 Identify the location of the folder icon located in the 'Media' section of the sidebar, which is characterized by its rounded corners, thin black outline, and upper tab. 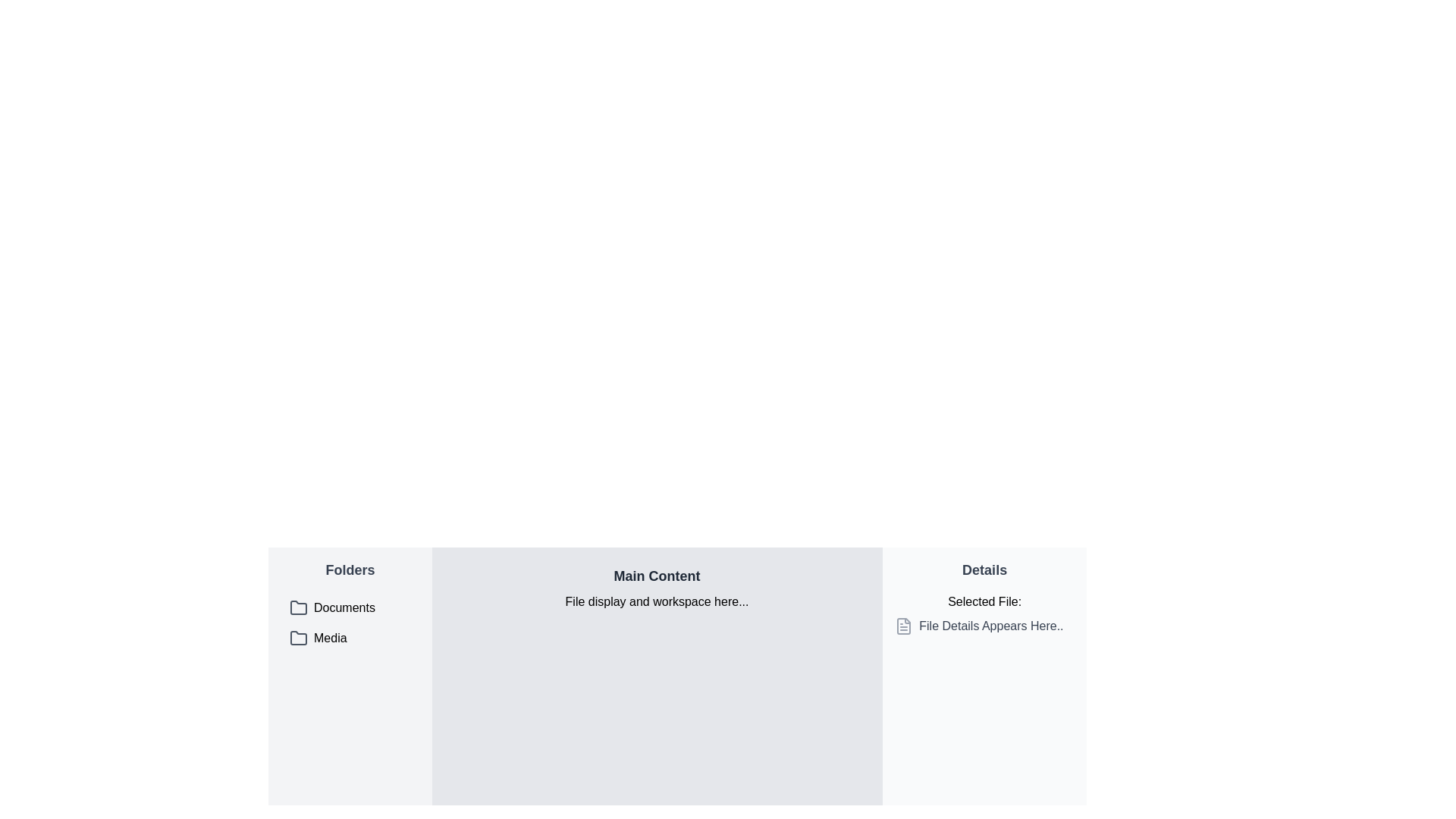
(298, 638).